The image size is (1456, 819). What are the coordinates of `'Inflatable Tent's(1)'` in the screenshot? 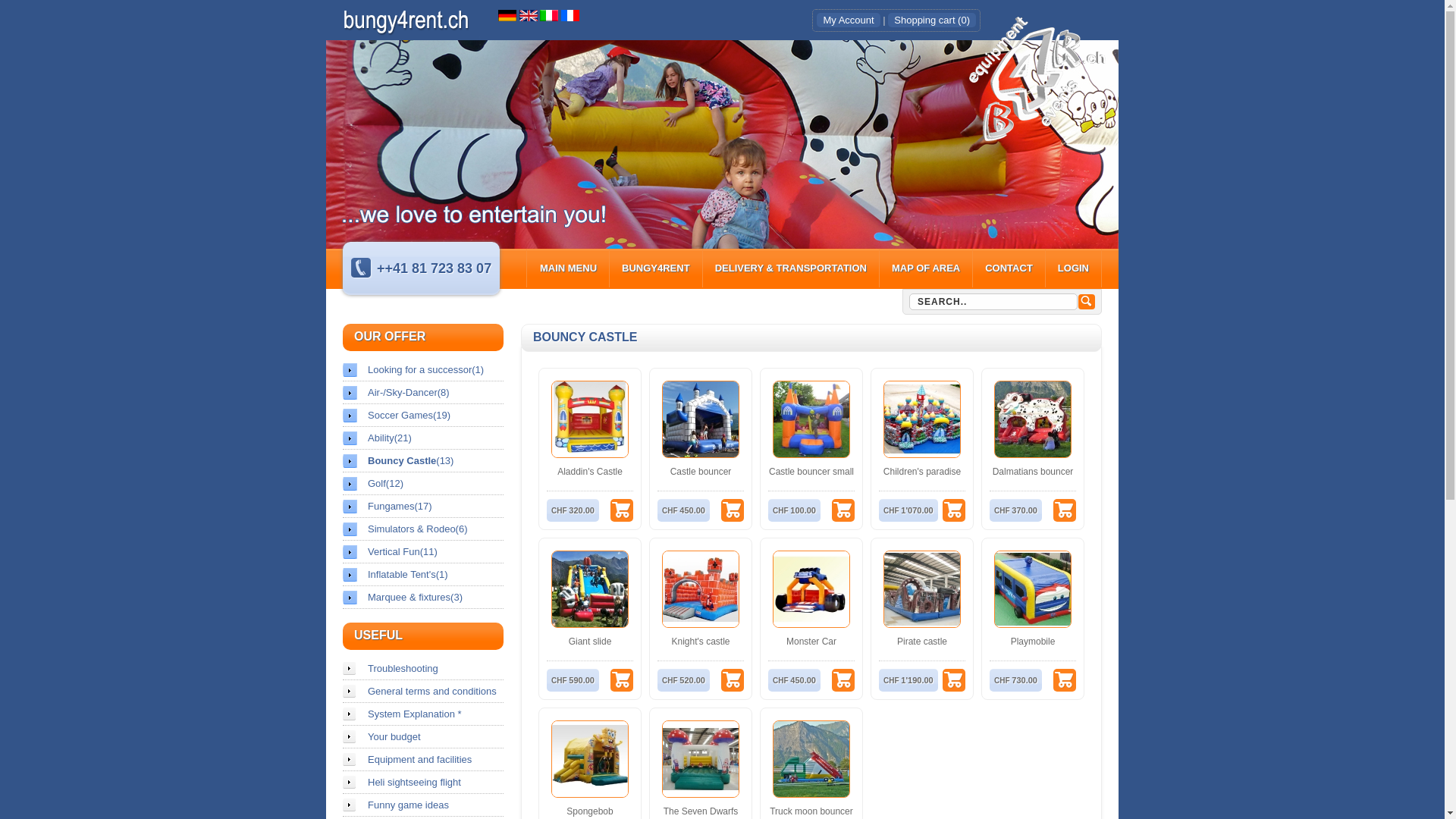 It's located at (422, 574).